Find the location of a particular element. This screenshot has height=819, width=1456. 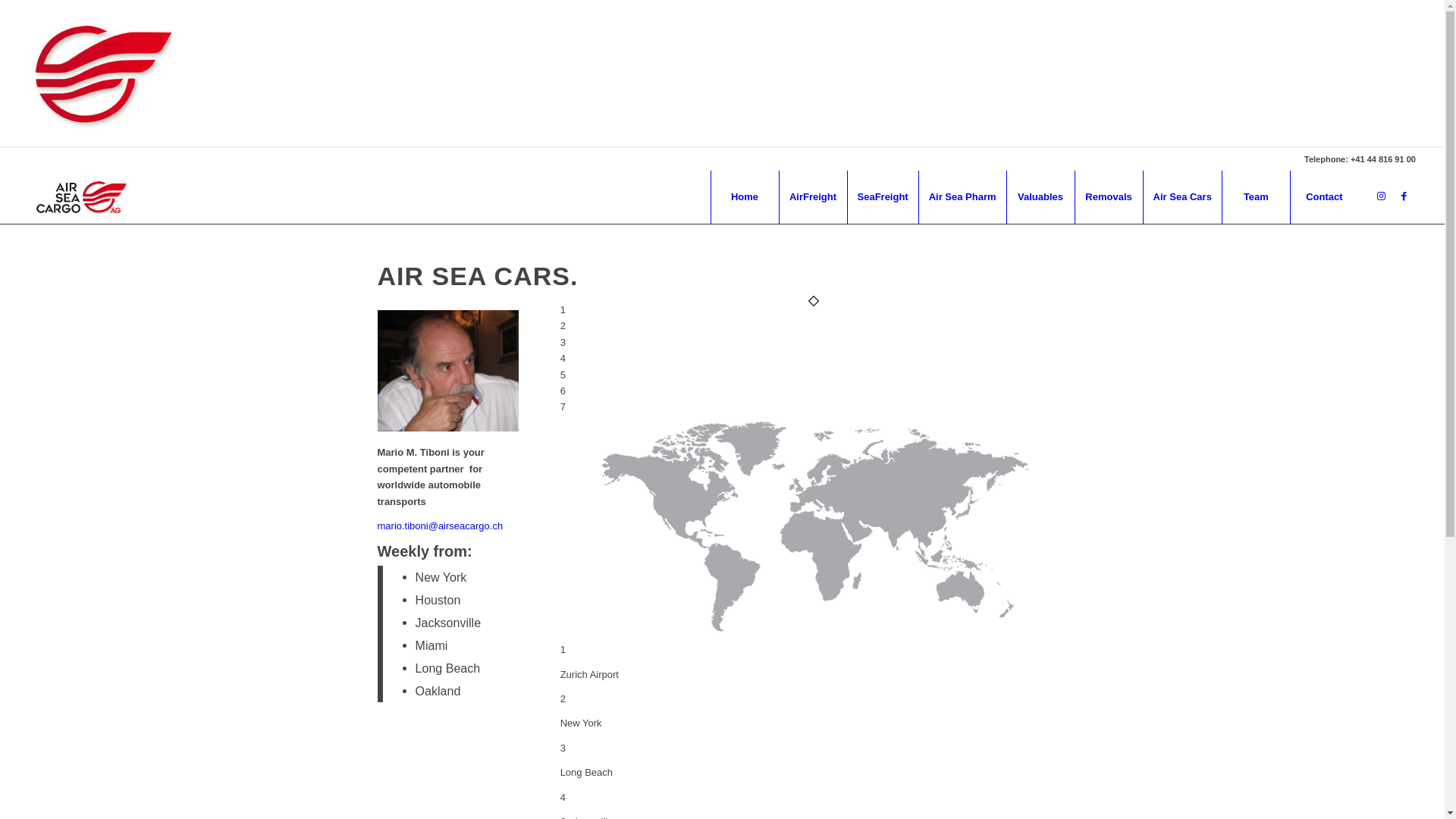

'Team' is located at coordinates (1256, 196).